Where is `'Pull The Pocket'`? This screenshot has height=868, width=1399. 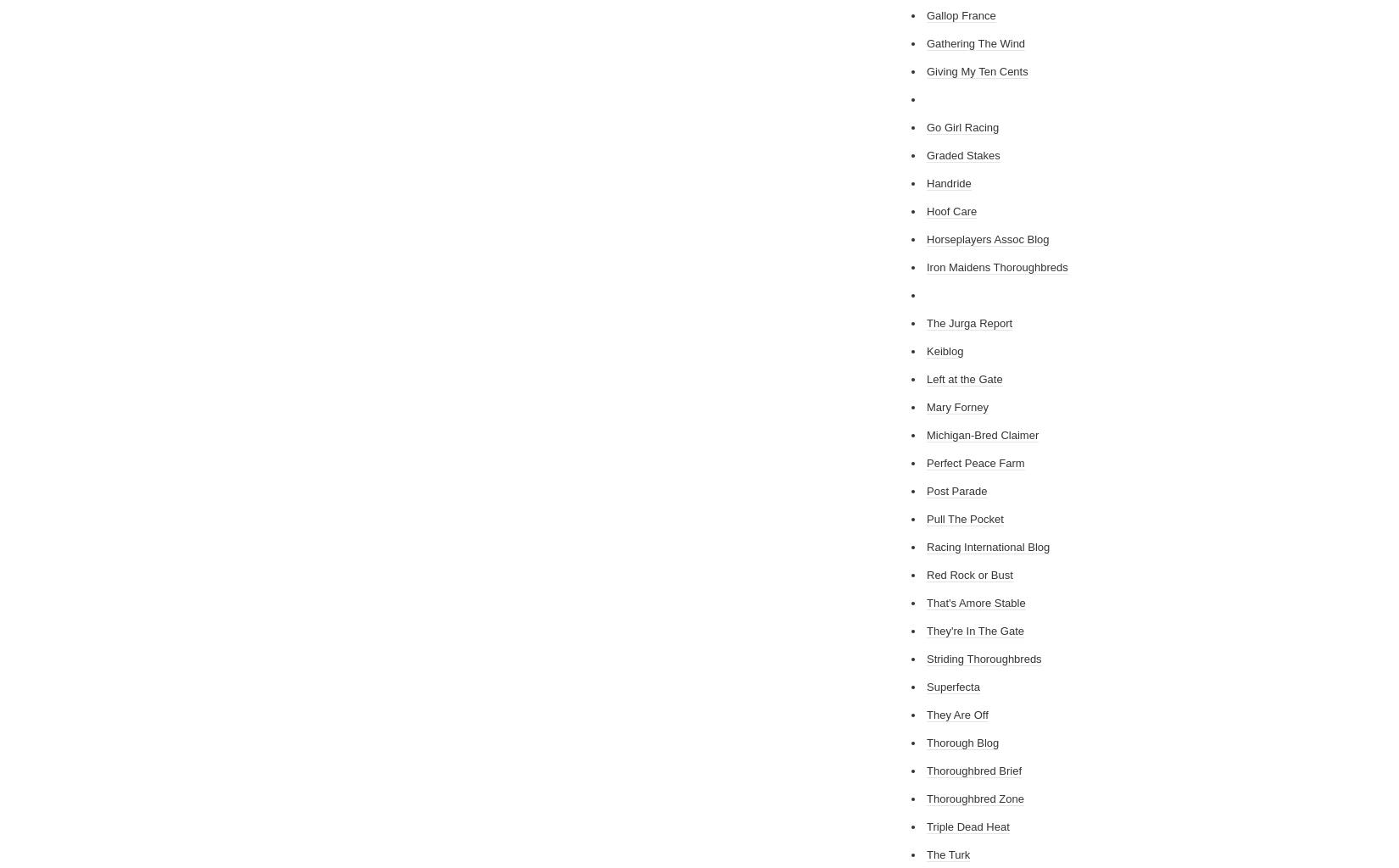
'Pull The Pocket' is located at coordinates (965, 519).